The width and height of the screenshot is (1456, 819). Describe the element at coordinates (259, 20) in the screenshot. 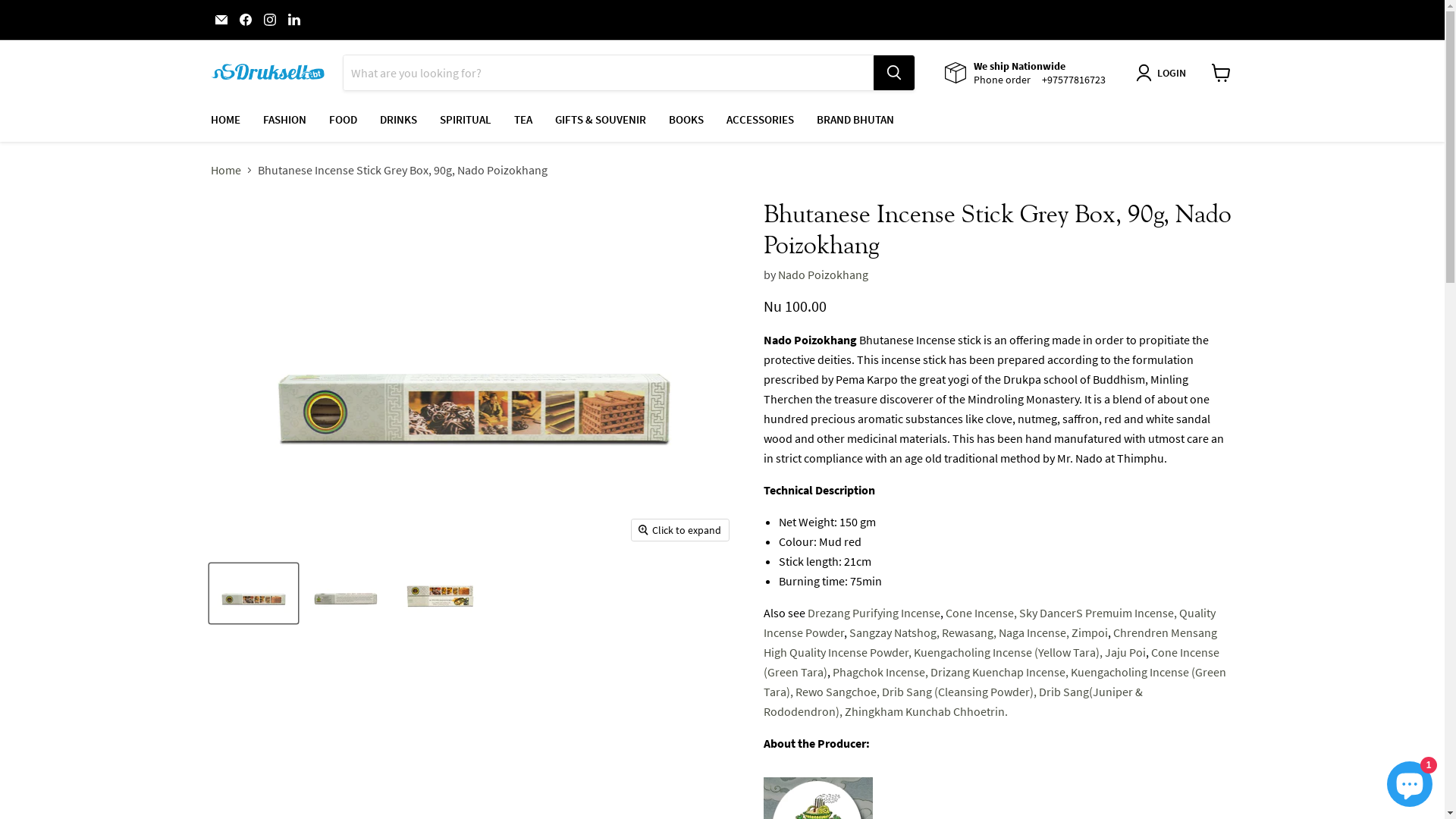

I see `'Find us on Instagram'` at that location.